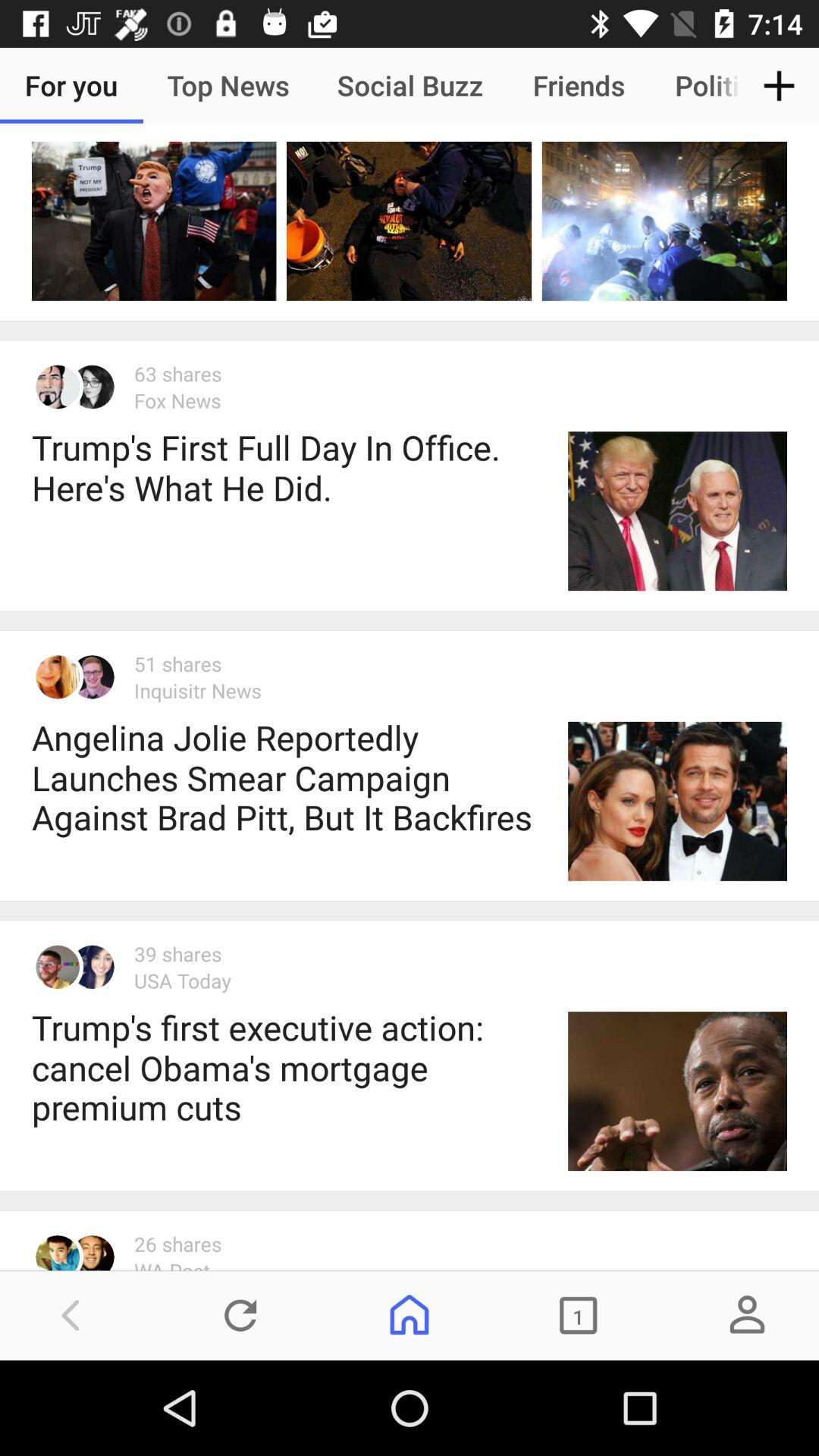 The image size is (819, 1456). Describe the element at coordinates (746, 1314) in the screenshot. I see `the avatar icon` at that location.